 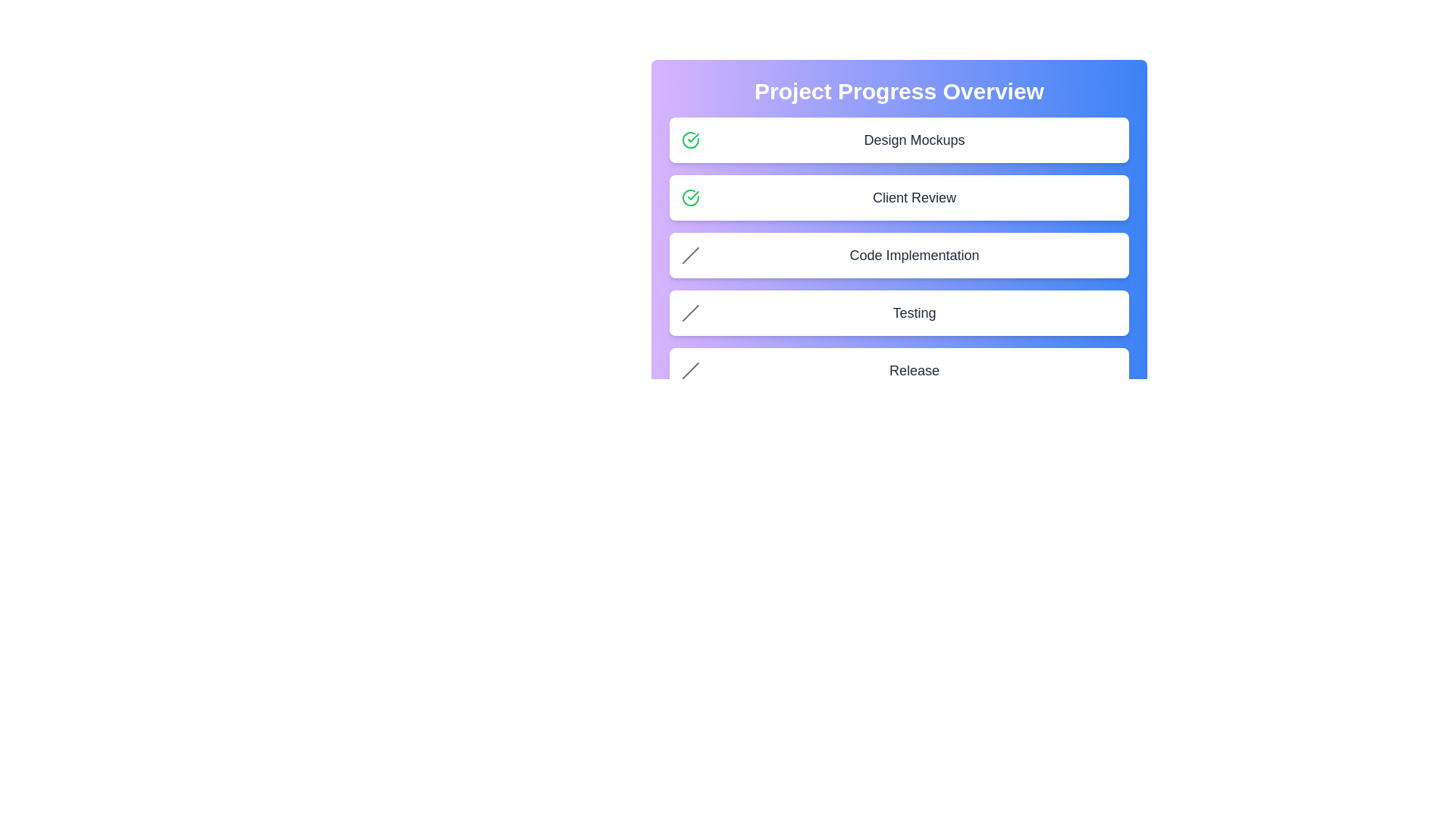 What do you see at coordinates (692, 137) in the screenshot?
I see `the checkmark icon inside a circle, which is located to the left of the text 'Client Review' and is the second icon in the vertical layout of task items` at bounding box center [692, 137].